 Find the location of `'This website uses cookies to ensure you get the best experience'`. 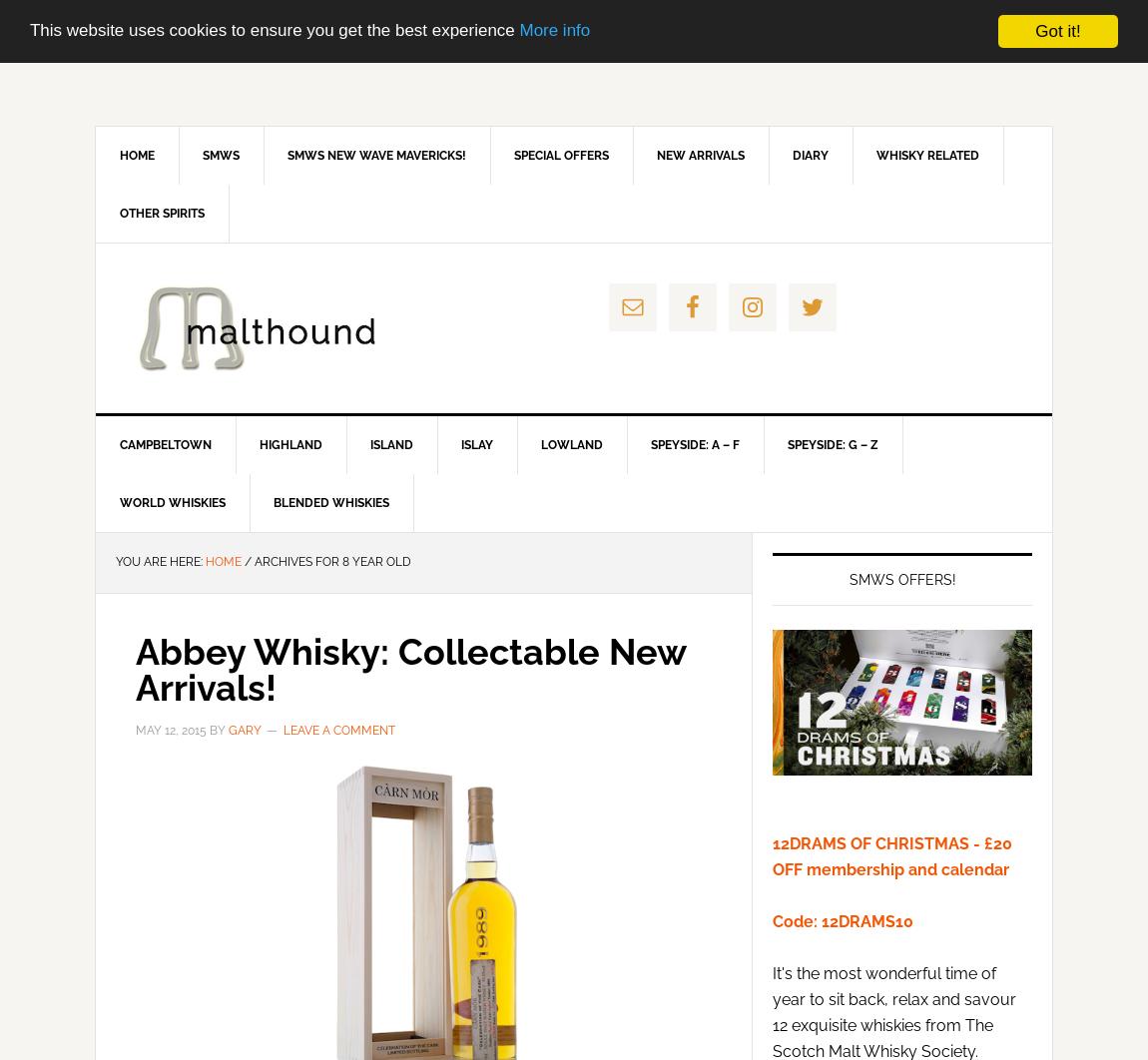

'This website uses cookies to ensure you get the best experience' is located at coordinates (274, 31).